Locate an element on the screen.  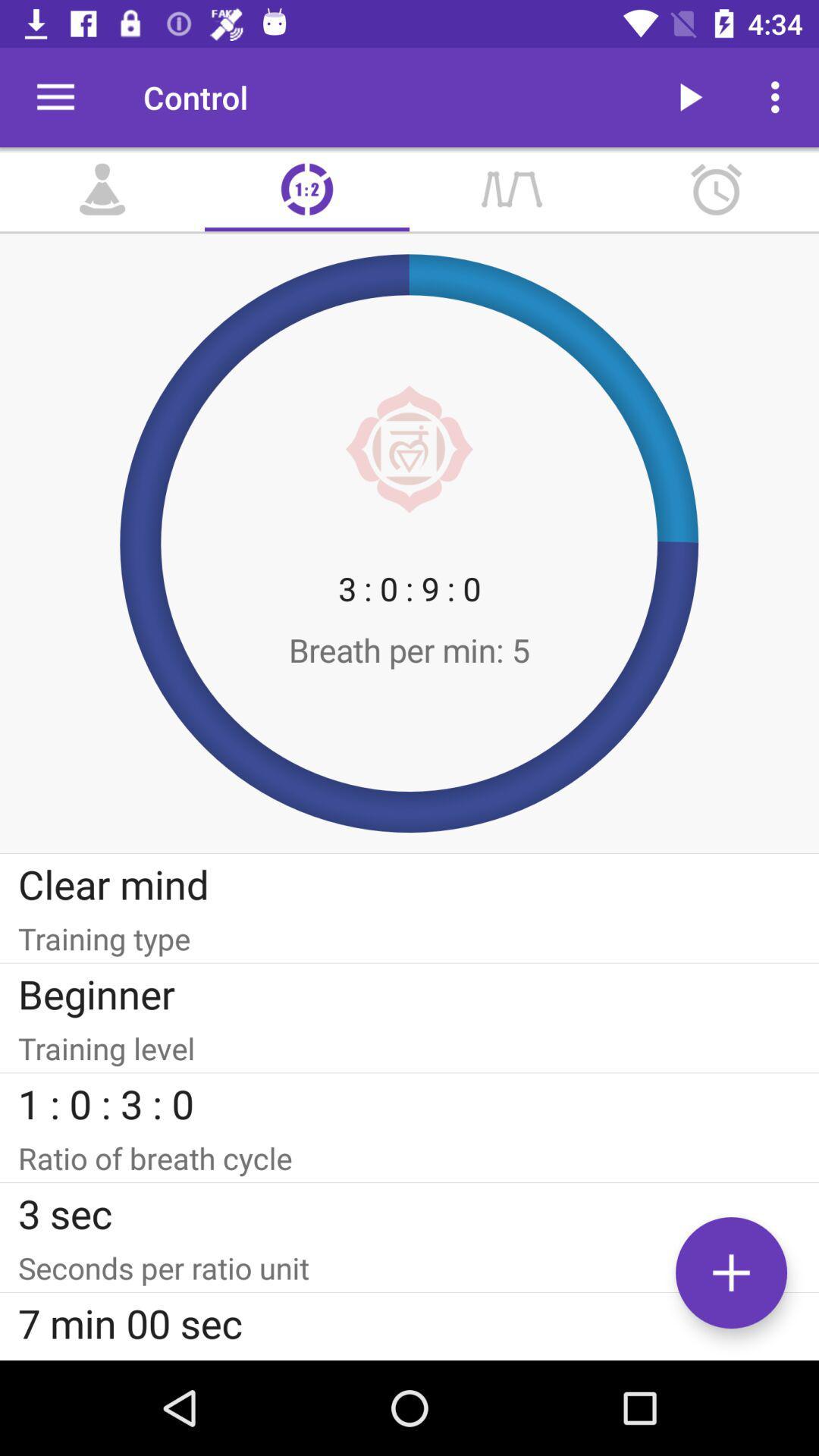
clear mind is located at coordinates (409, 883).